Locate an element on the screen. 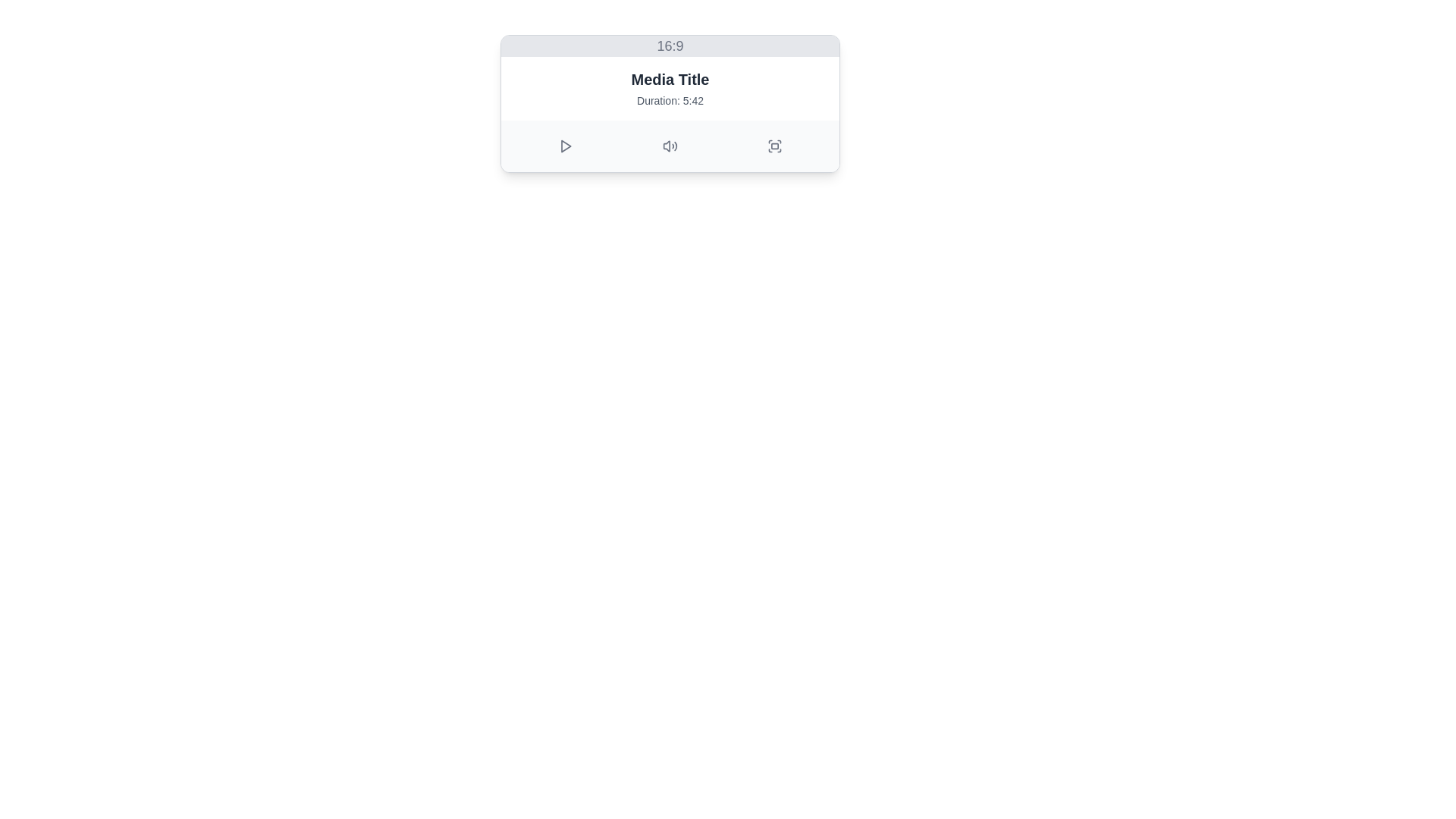  the volume icon, which is a small speaker-shaped icon located at the center of the media control card, representing volume settings is located at coordinates (667, 146).